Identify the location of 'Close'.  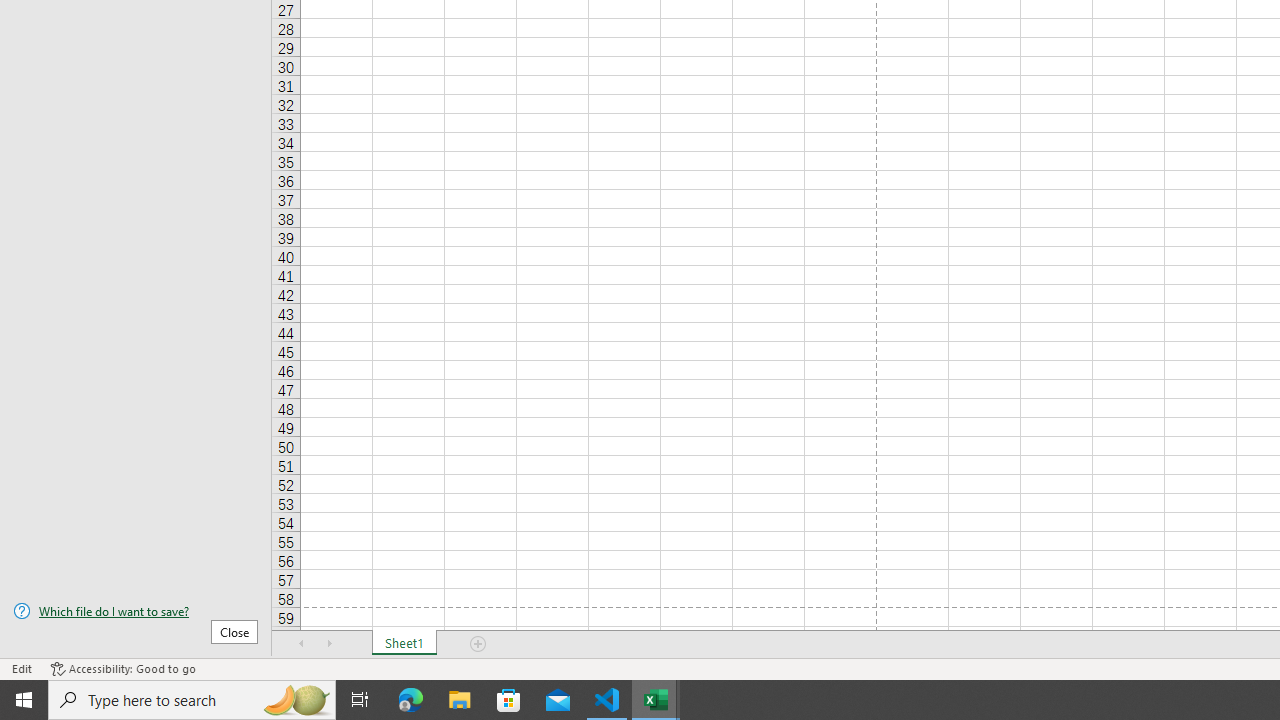
(234, 631).